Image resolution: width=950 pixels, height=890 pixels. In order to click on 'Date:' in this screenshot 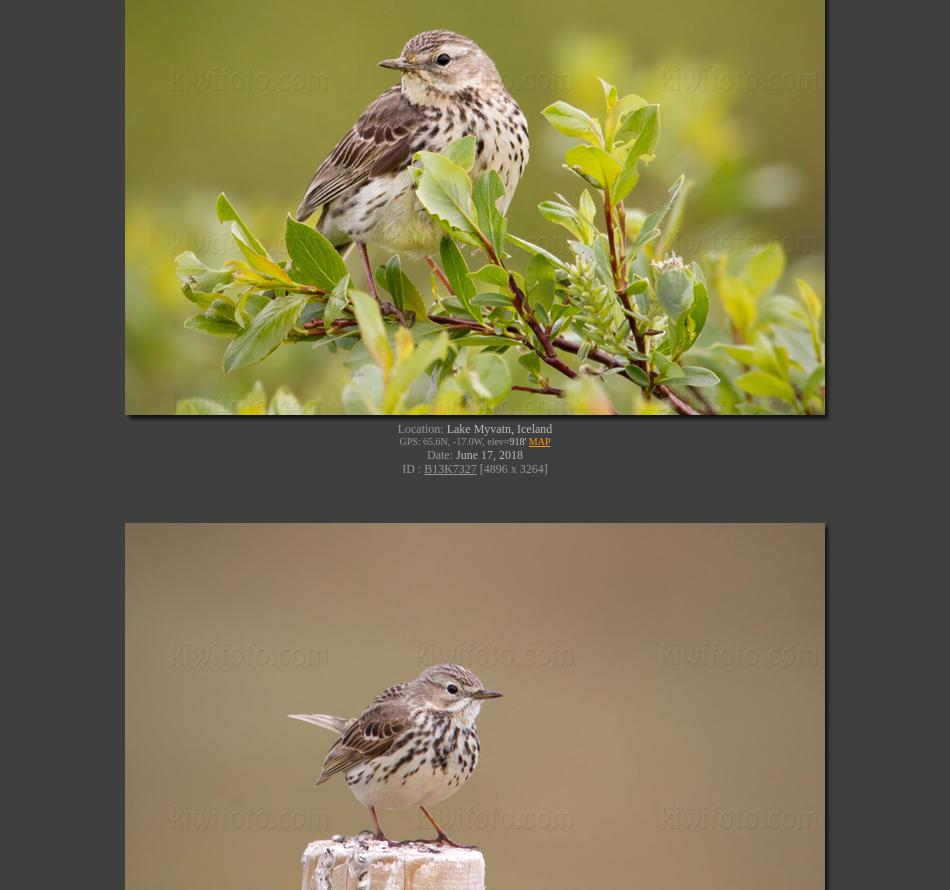, I will do `click(440, 454)`.